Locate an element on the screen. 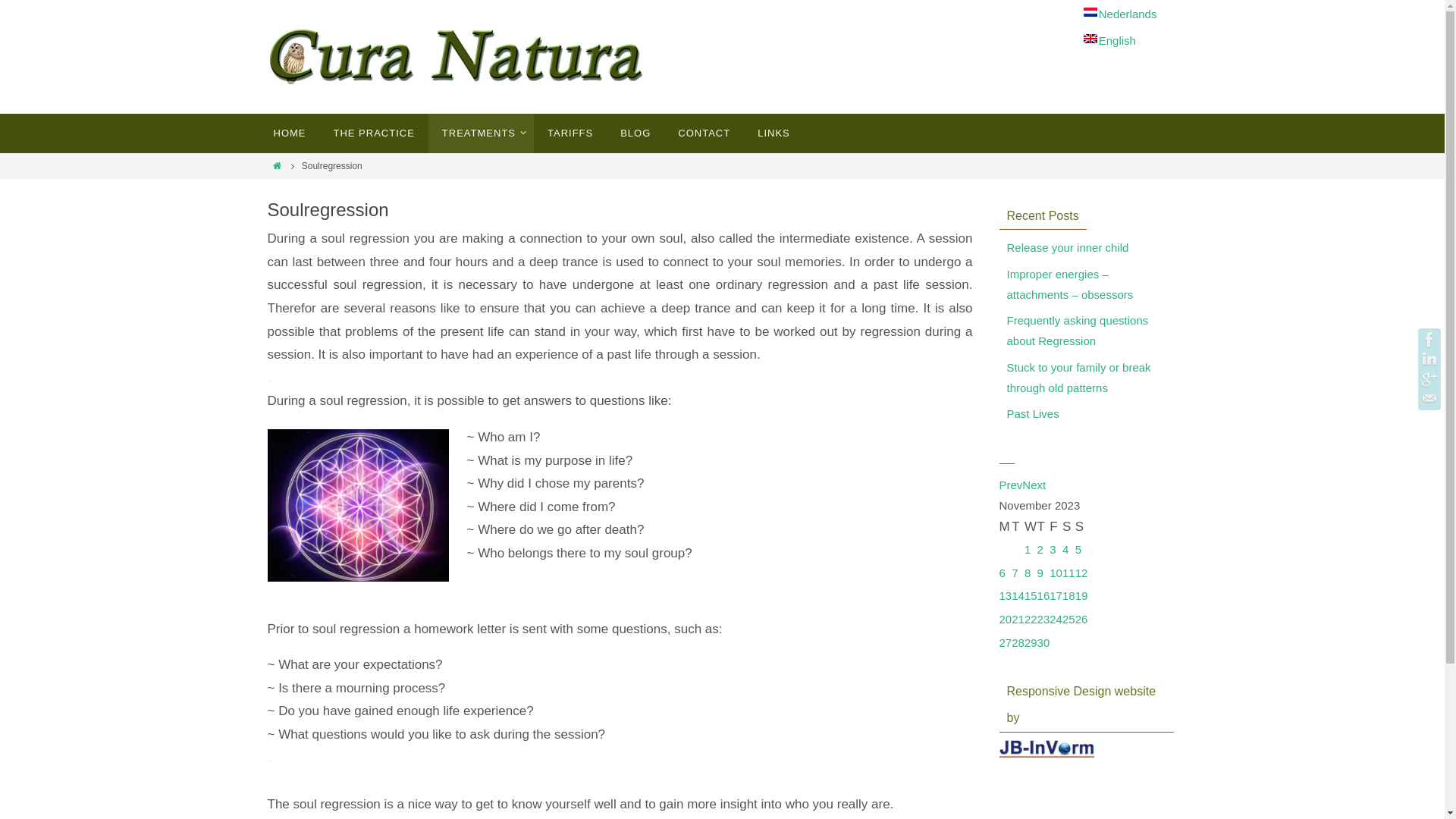 The image size is (1456, 819). '8' is located at coordinates (1027, 573).